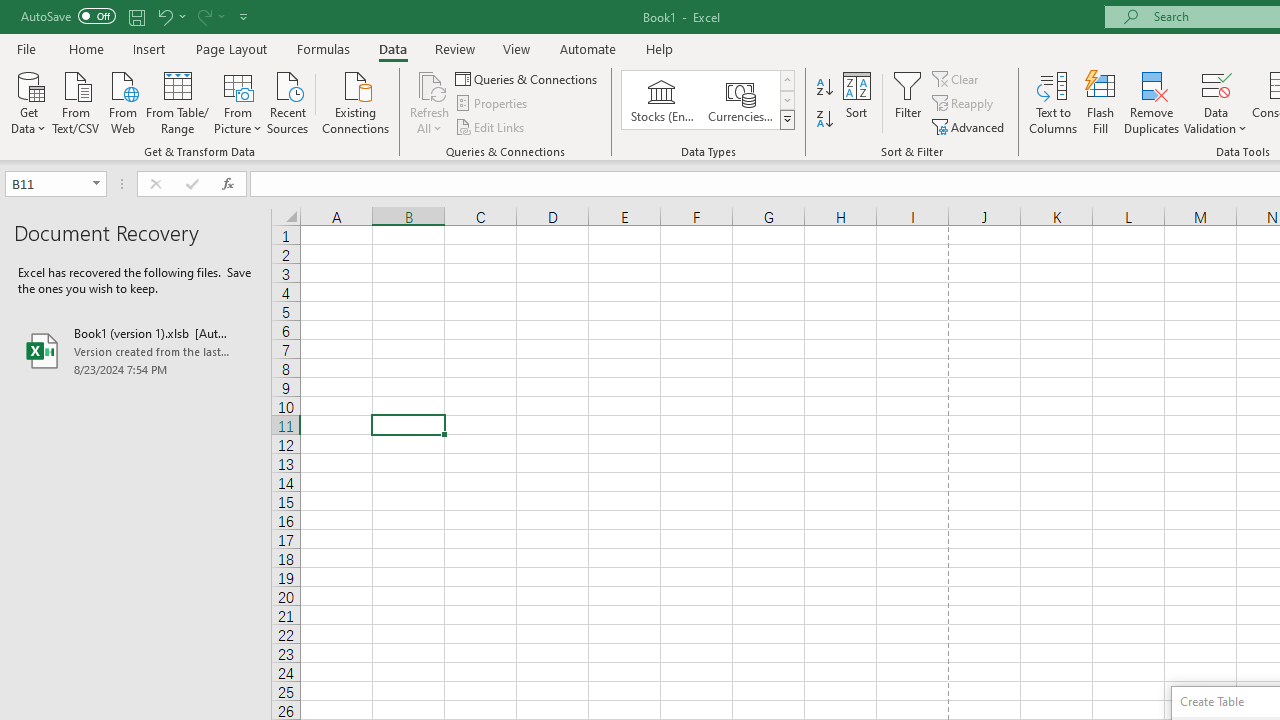  Describe the element at coordinates (786, 120) in the screenshot. I see `'Data Types'` at that location.